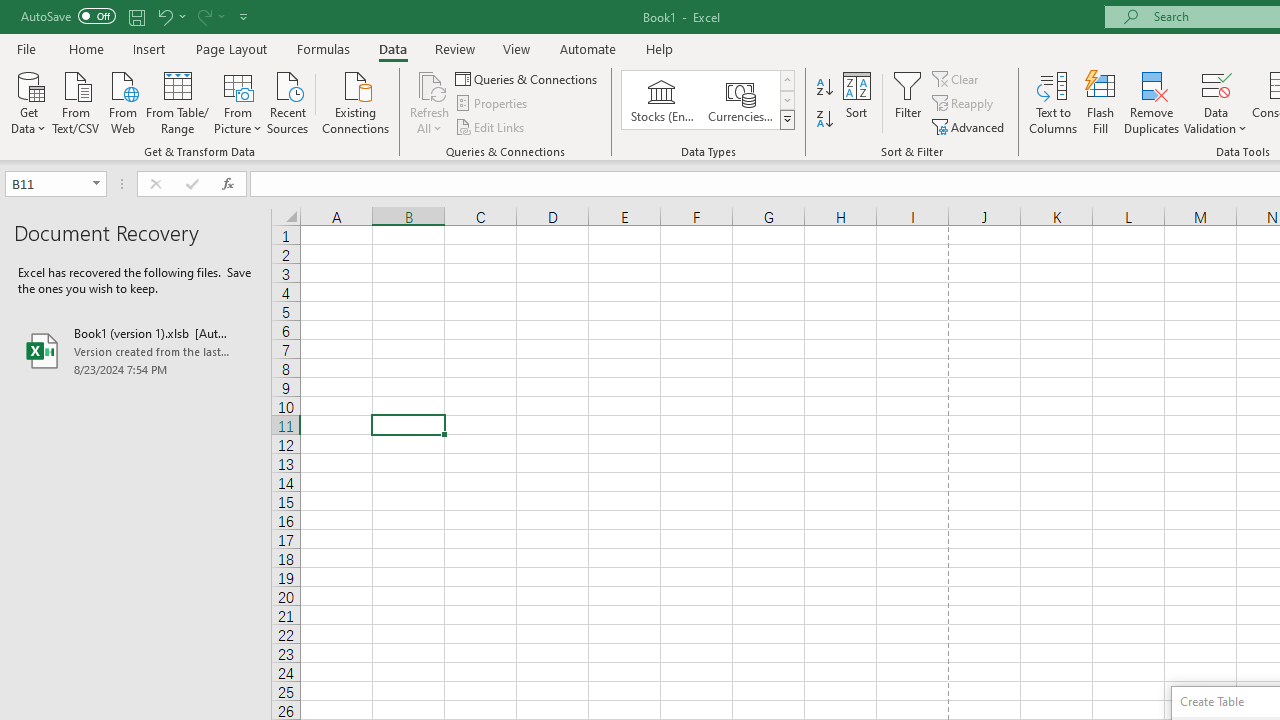  Describe the element at coordinates (786, 120) in the screenshot. I see `'Data Types'` at that location.